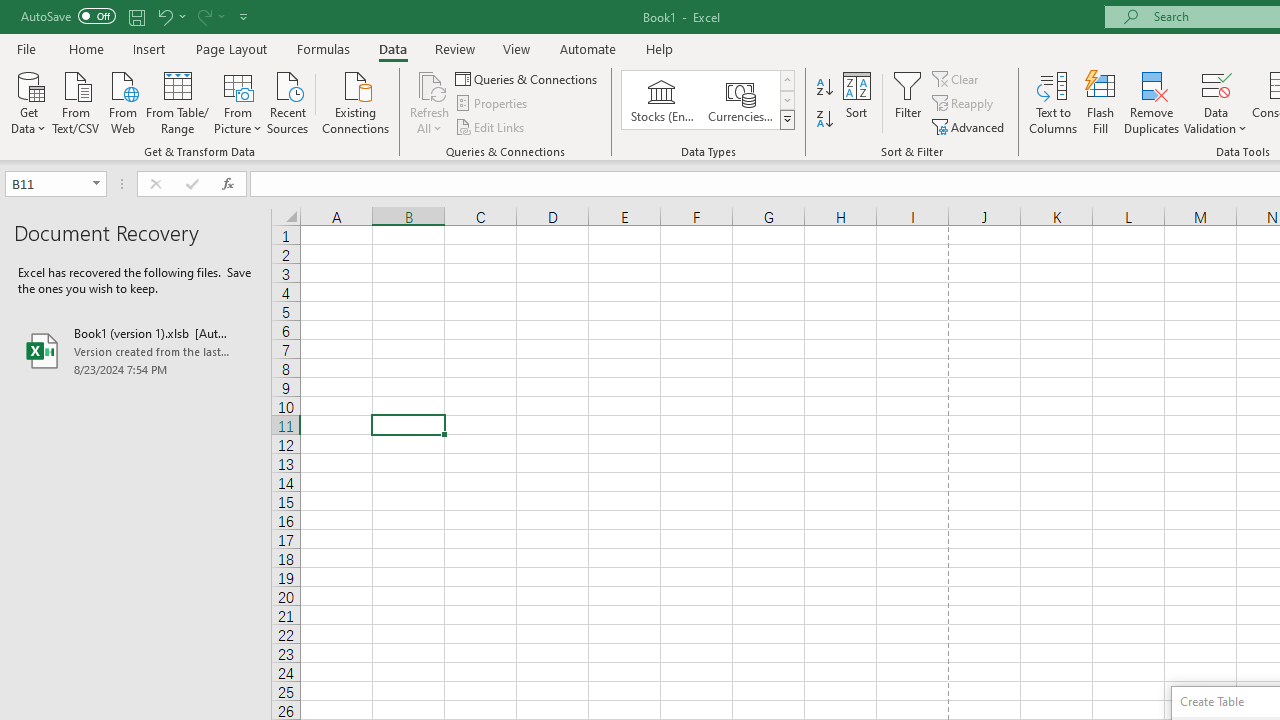  Describe the element at coordinates (786, 120) in the screenshot. I see `'Data Types'` at that location.